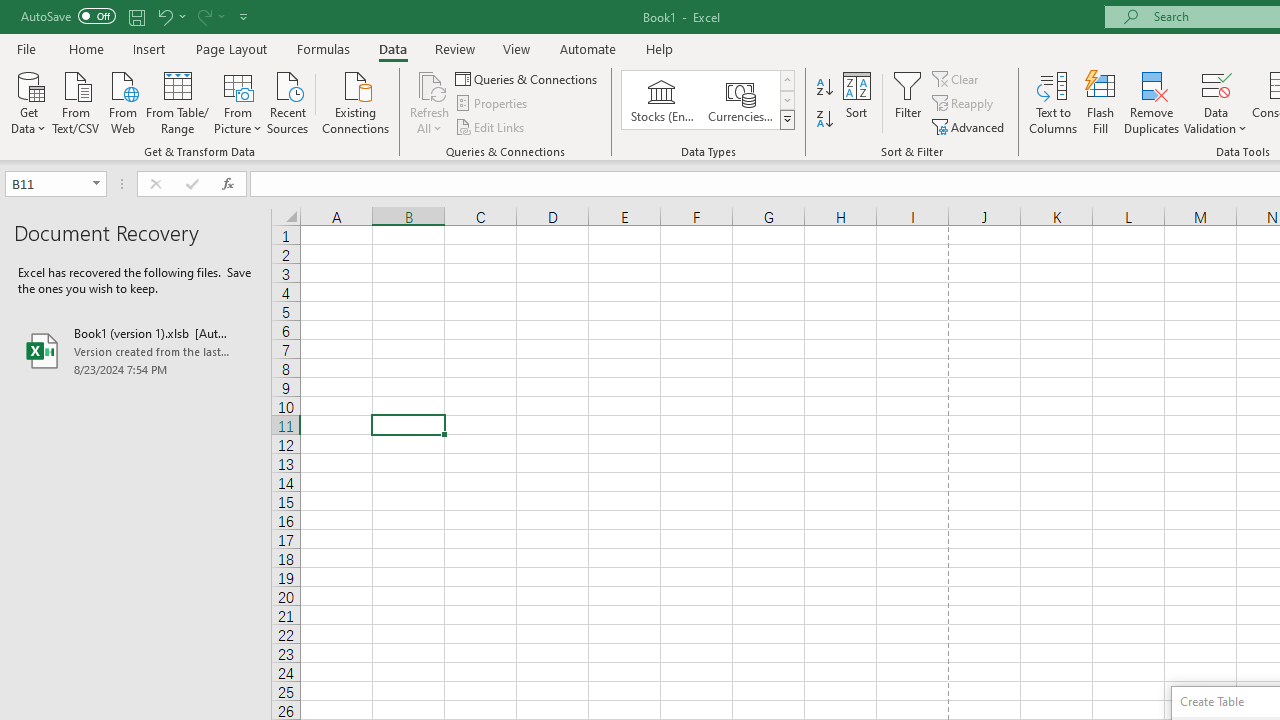  Describe the element at coordinates (786, 120) in the screenshot. I see `'Data Types'` at that location.